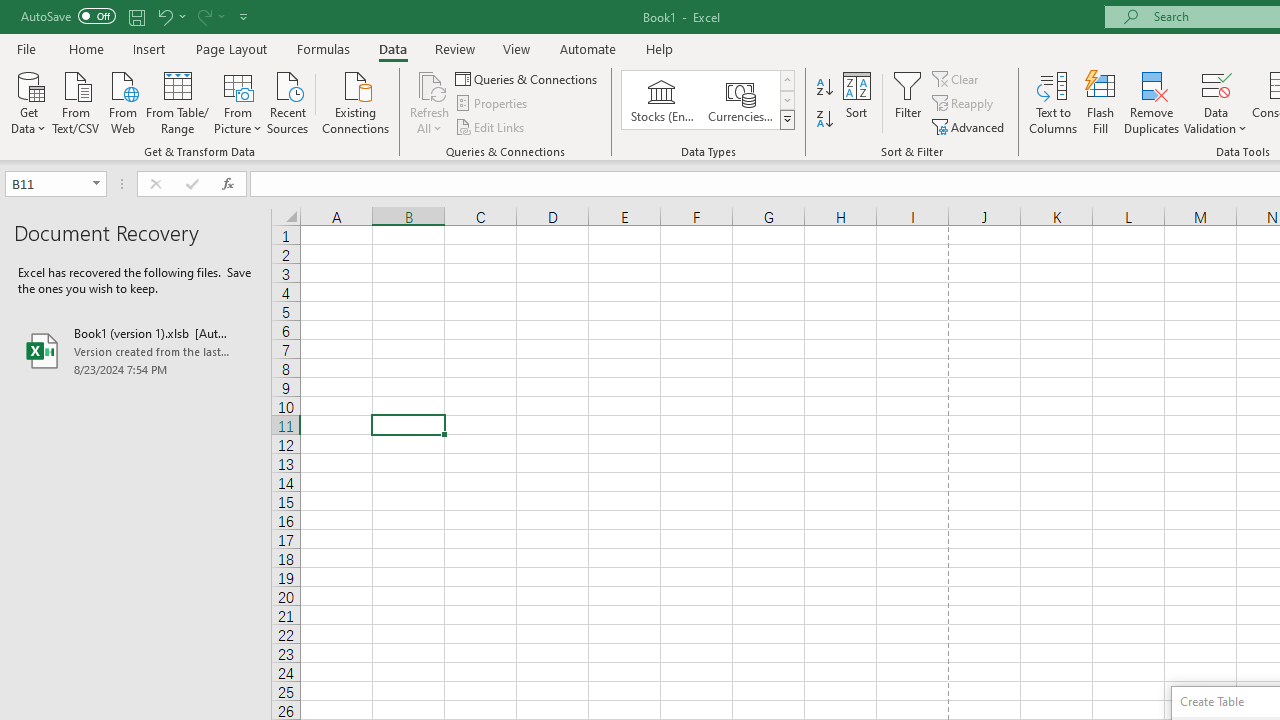  Describe the element at coordinates (786, 120) in the screenshot. I see `'Data Types'` at that location.